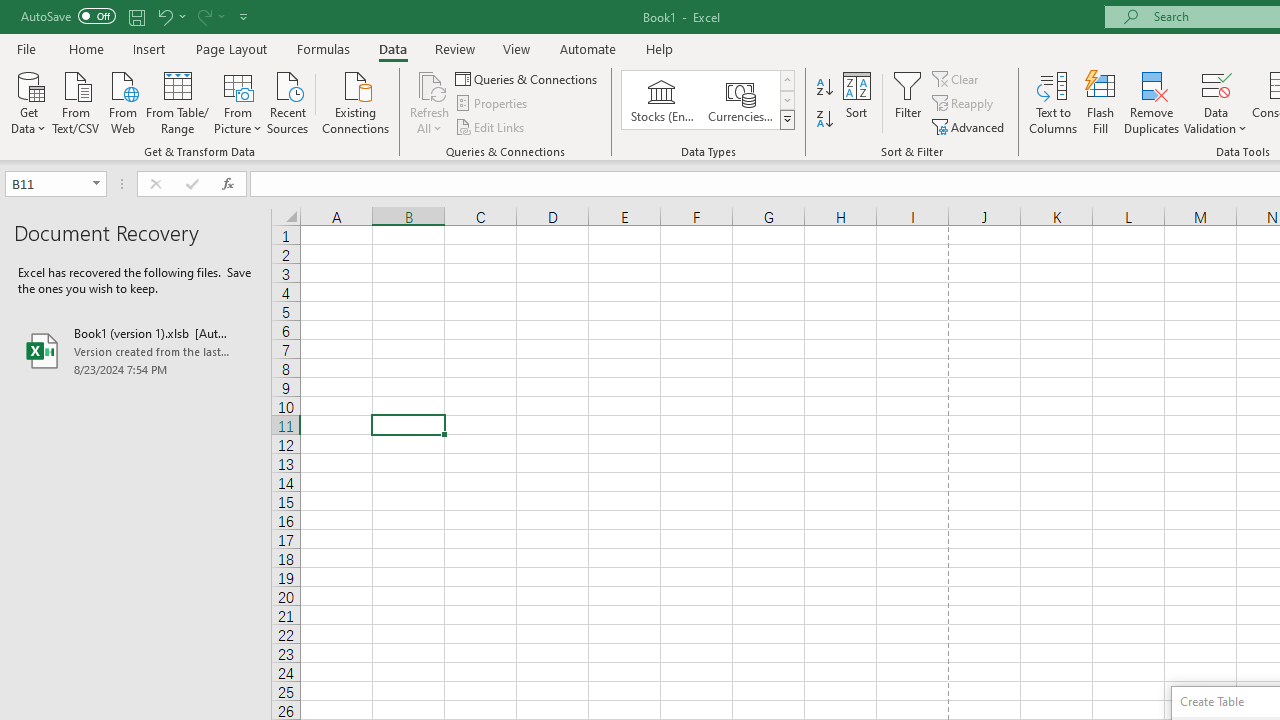  Describe the element at coordinates (786, 120) in the screenshot. I see `'Data Types'` at that location.